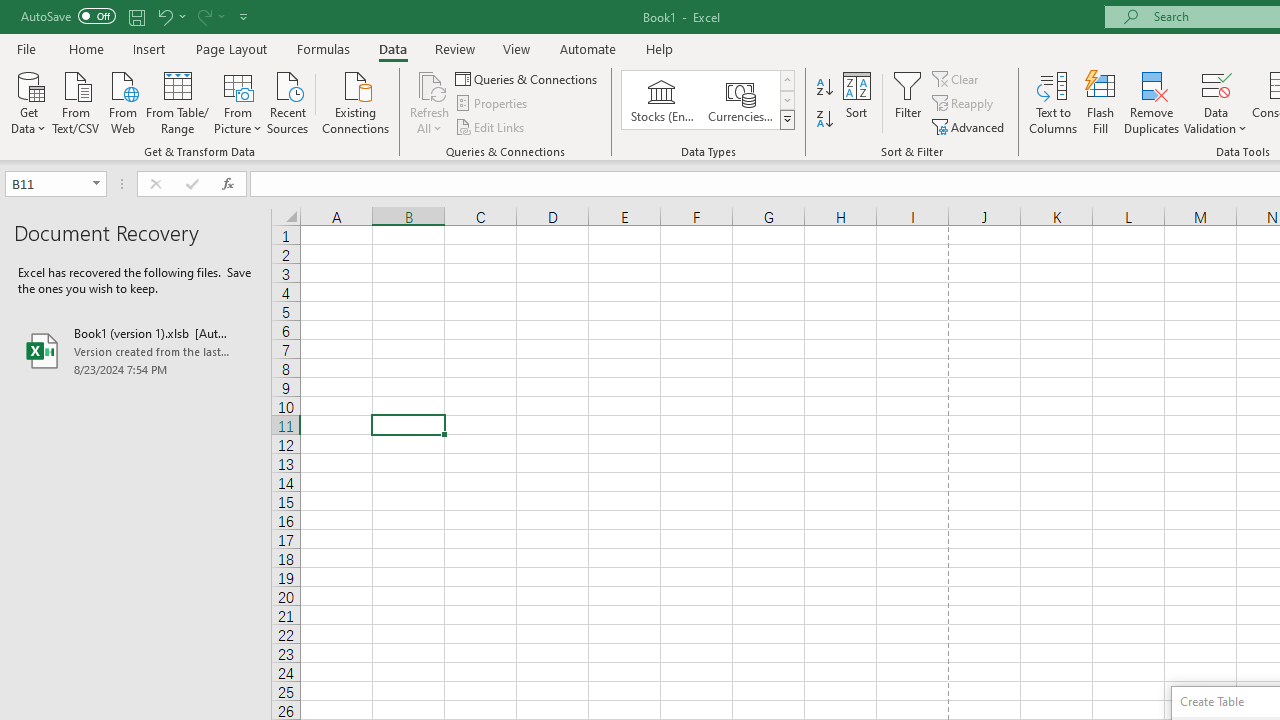  Describe the element at coordinates (786, 120) in the screenshot. I see `'Data Types'` at that location.